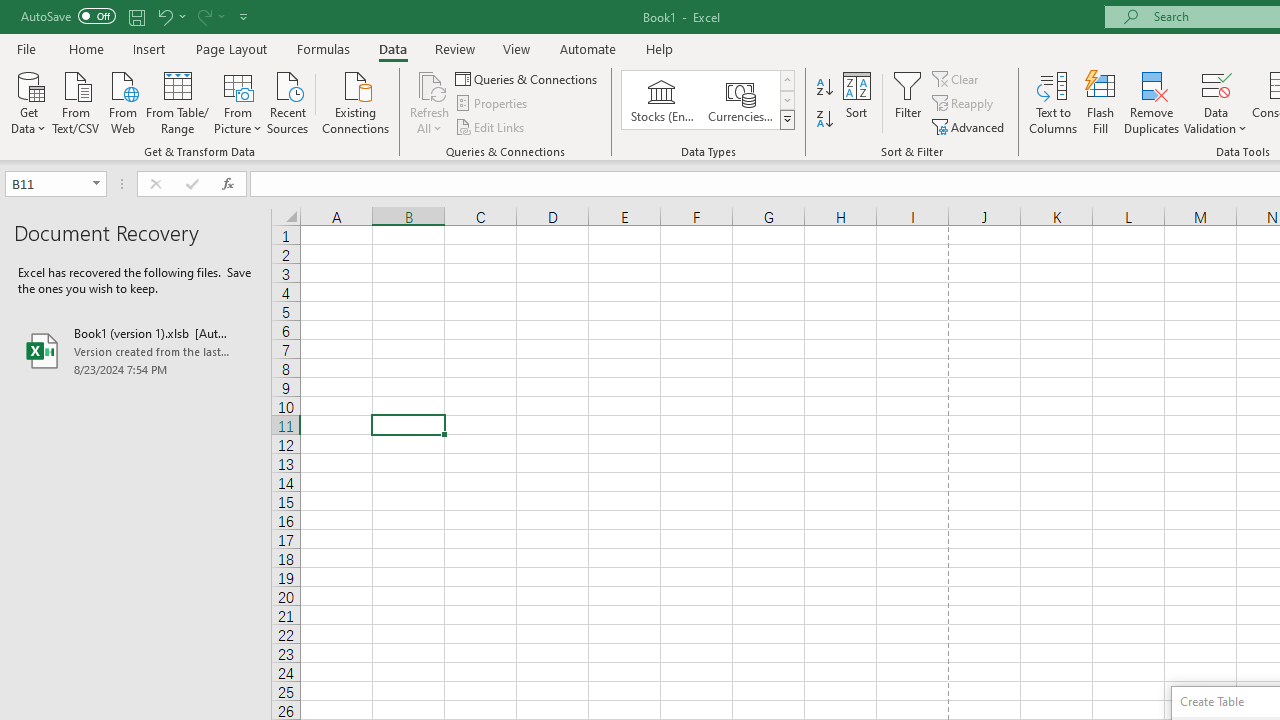  Describe the element at coordinates (786, 120) in the screenshot. I see `'Data Types'` at that location.